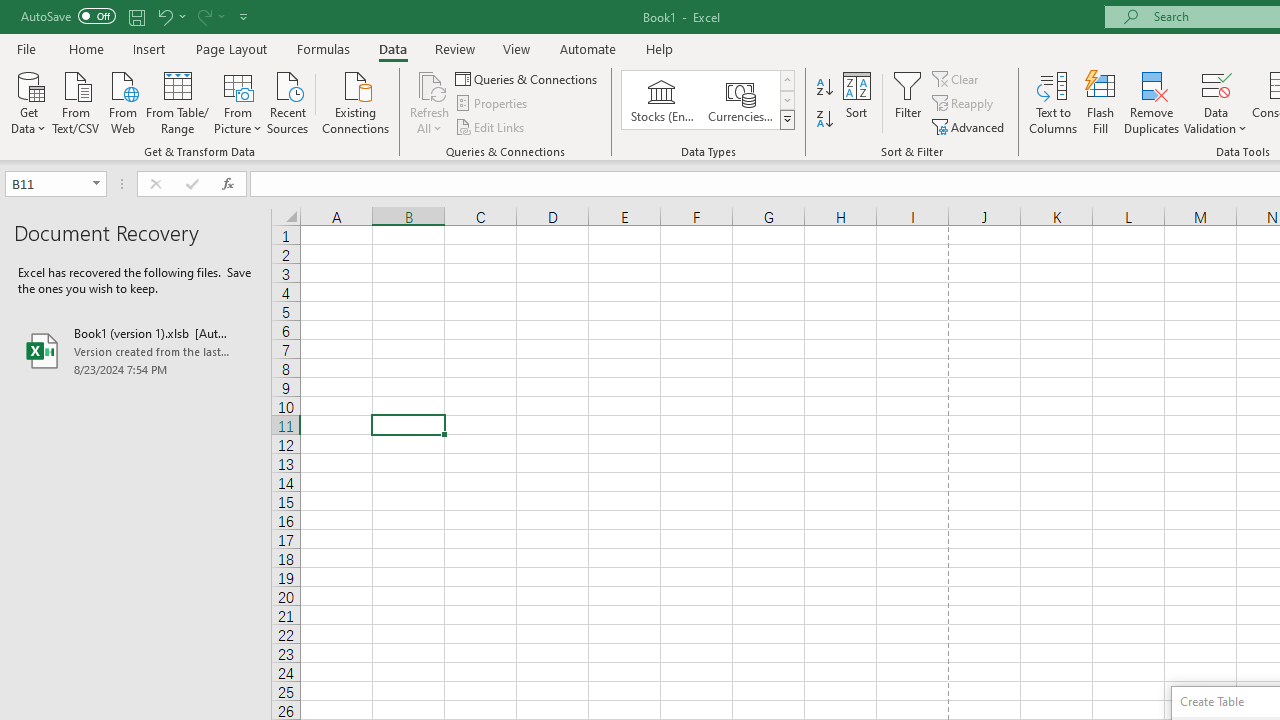  Describe the element at coordinates (786, 120) in the screenshot. I see `'Data Types'` at that location.